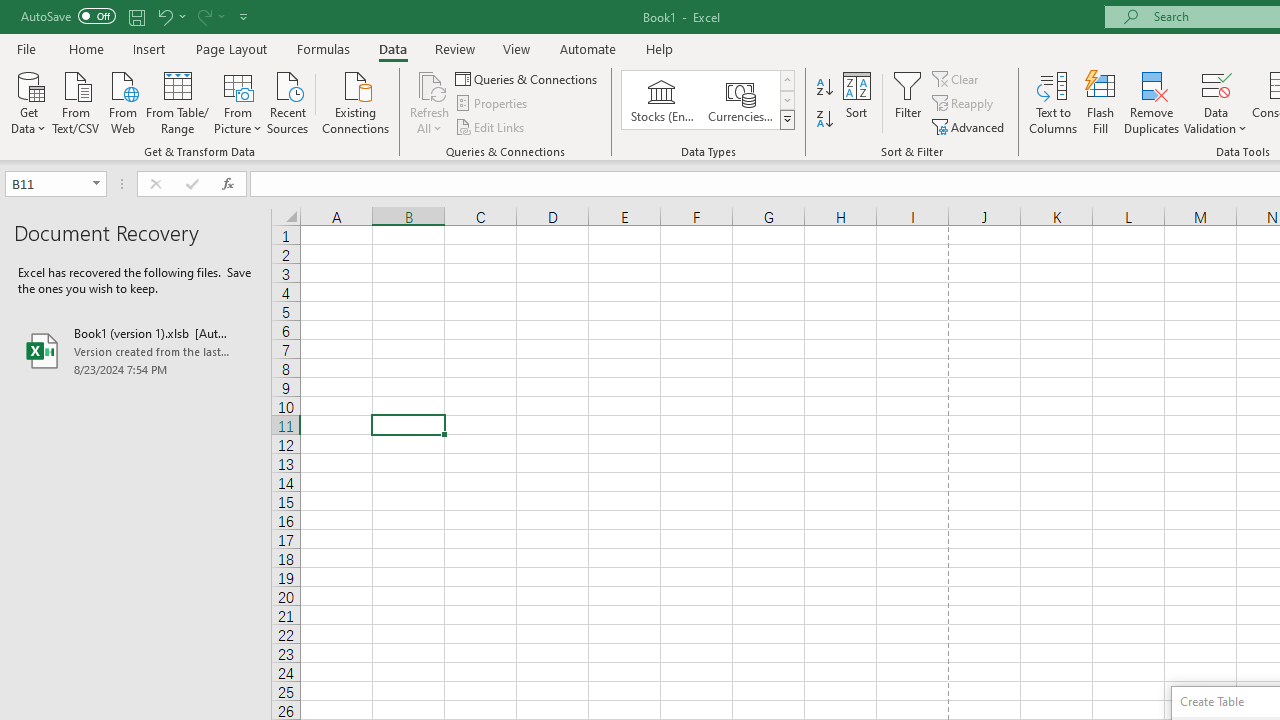  Describe the element at coordinates (786, 120) in the screenshot. I see `'Data Types'` at that location.